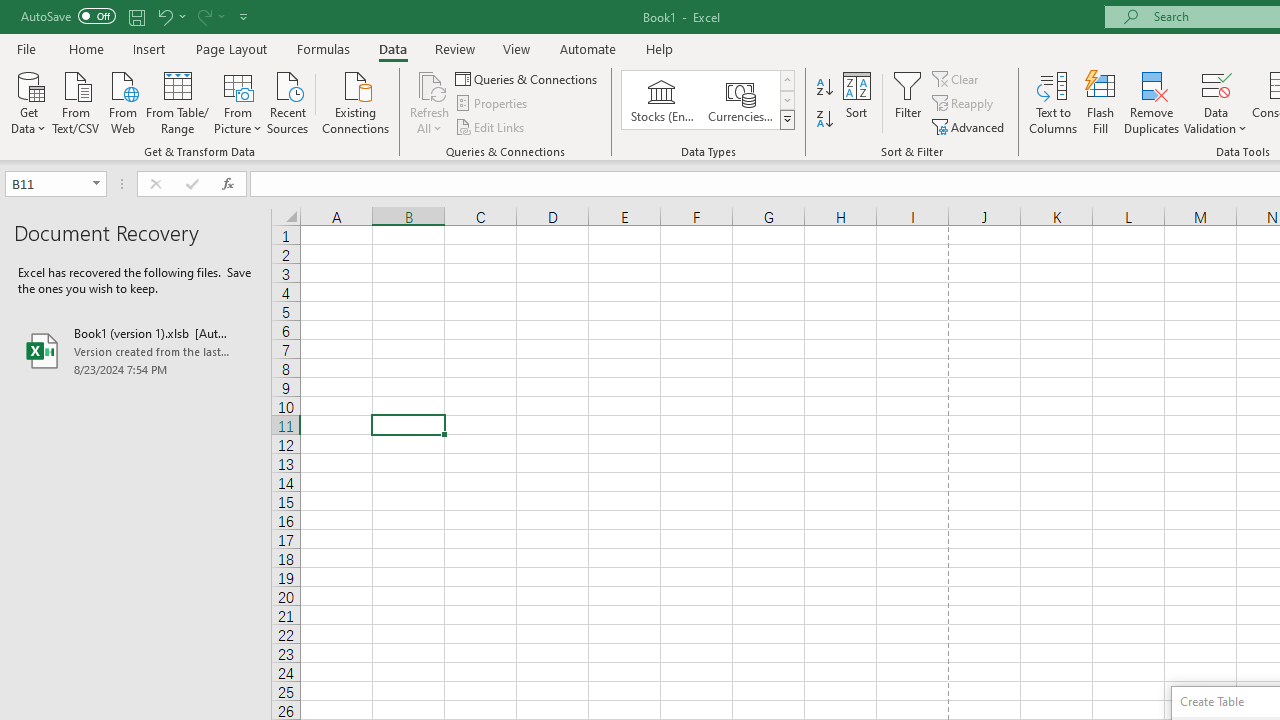  Describe the element at coordinates (786, 120) in the screenshot. I see `'Data Types'` at that location.